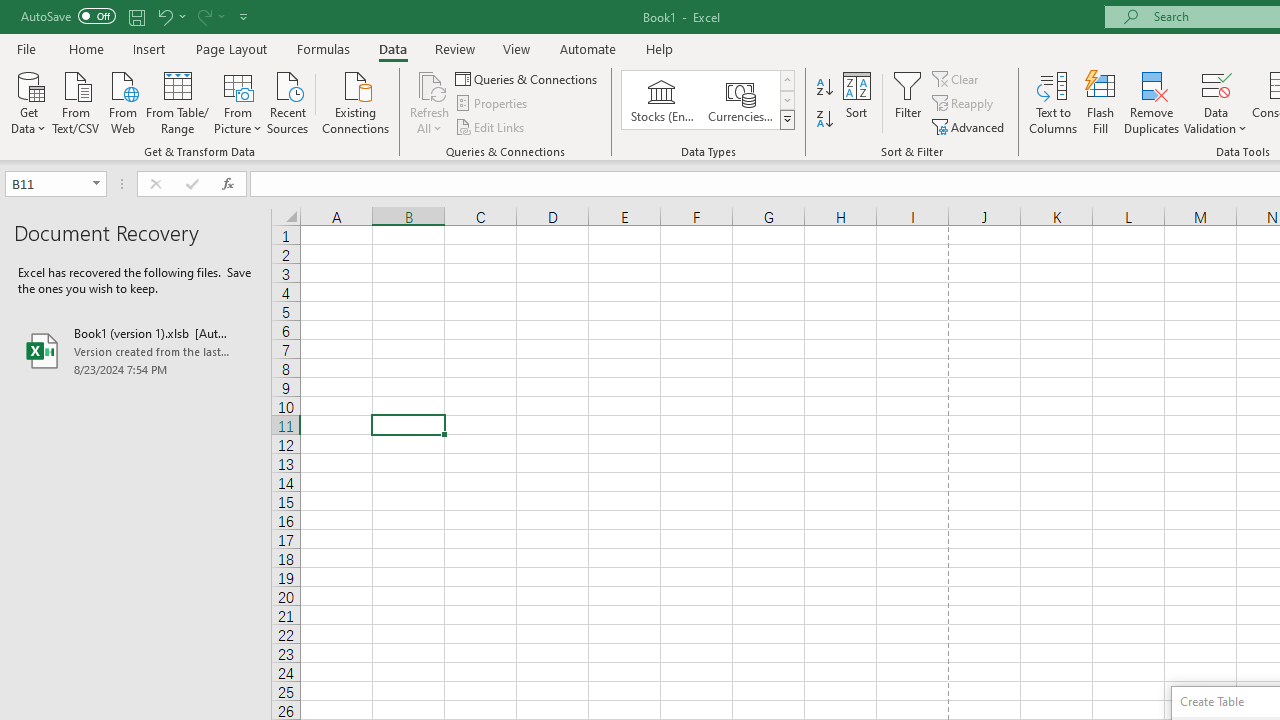  Describe the element at coordinates (786, 120) in the screenshot. I see `'Data Types'` at that location.